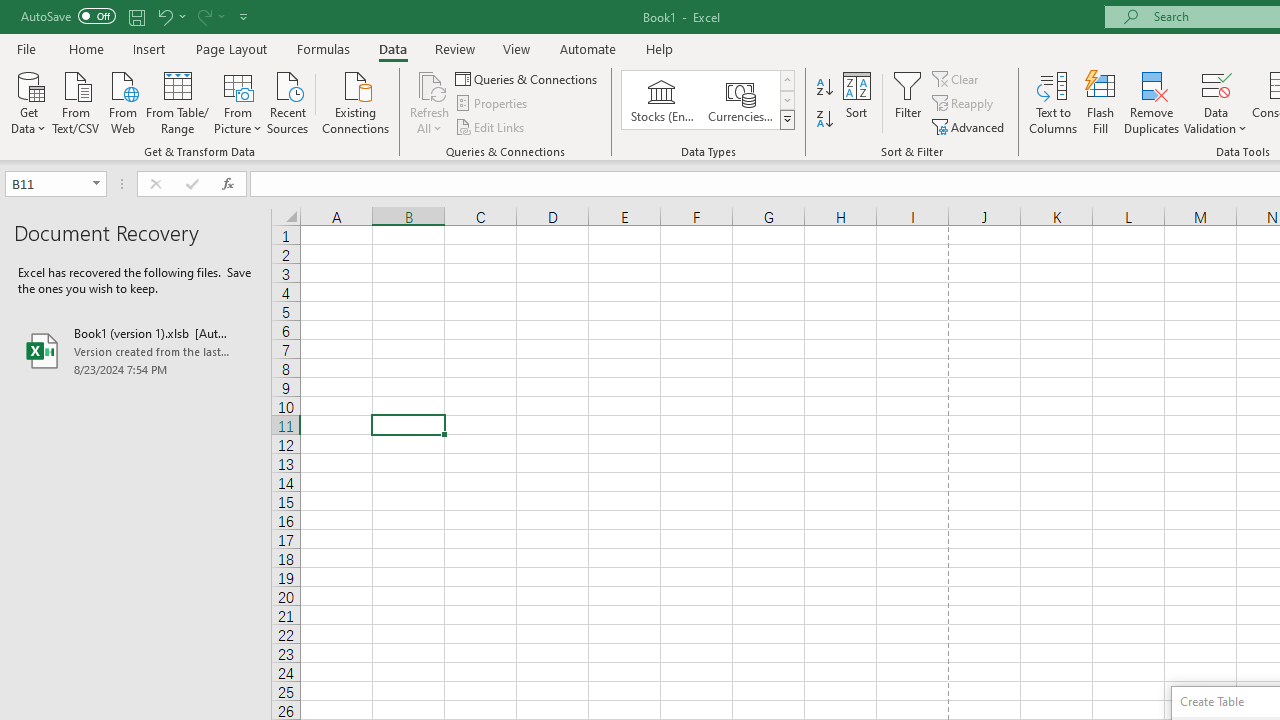  Describe the element at coordinates (786, 120) in the screenshot. I see `'Data Types'` at that location.